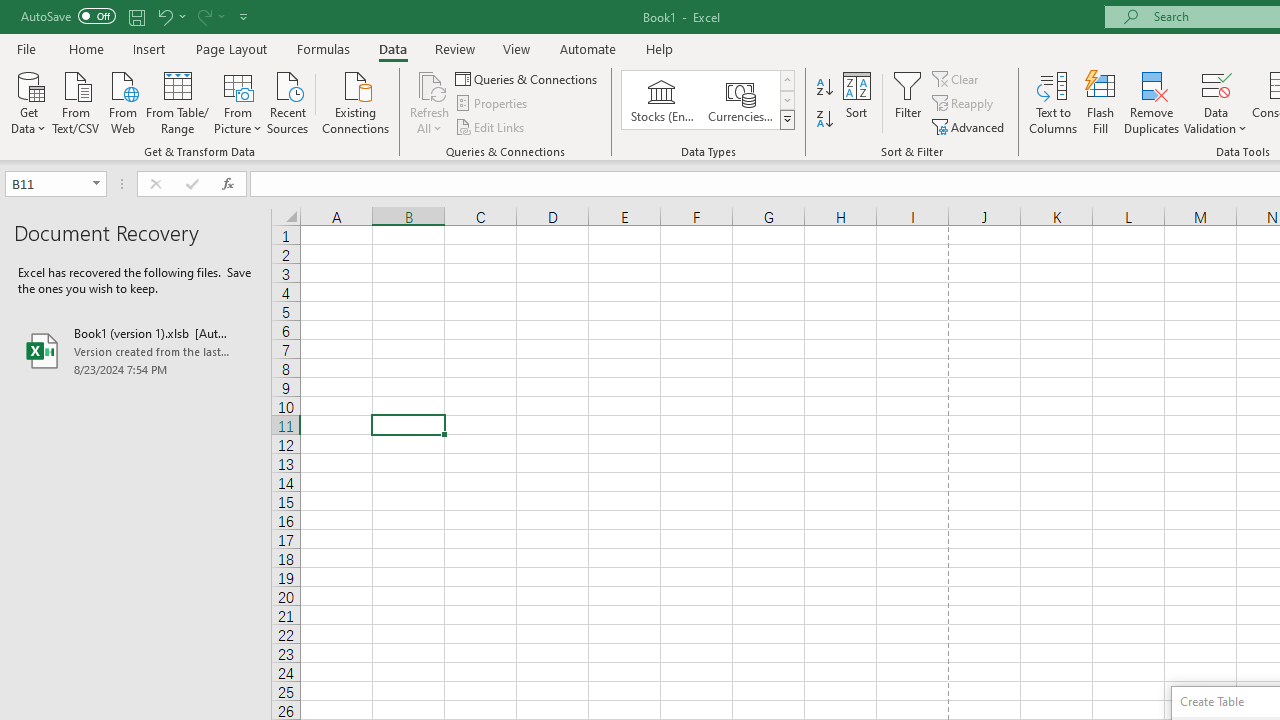  Describe the element at coordinates (786, 120) in the screenshot. I see `'Data Types'` at that location.